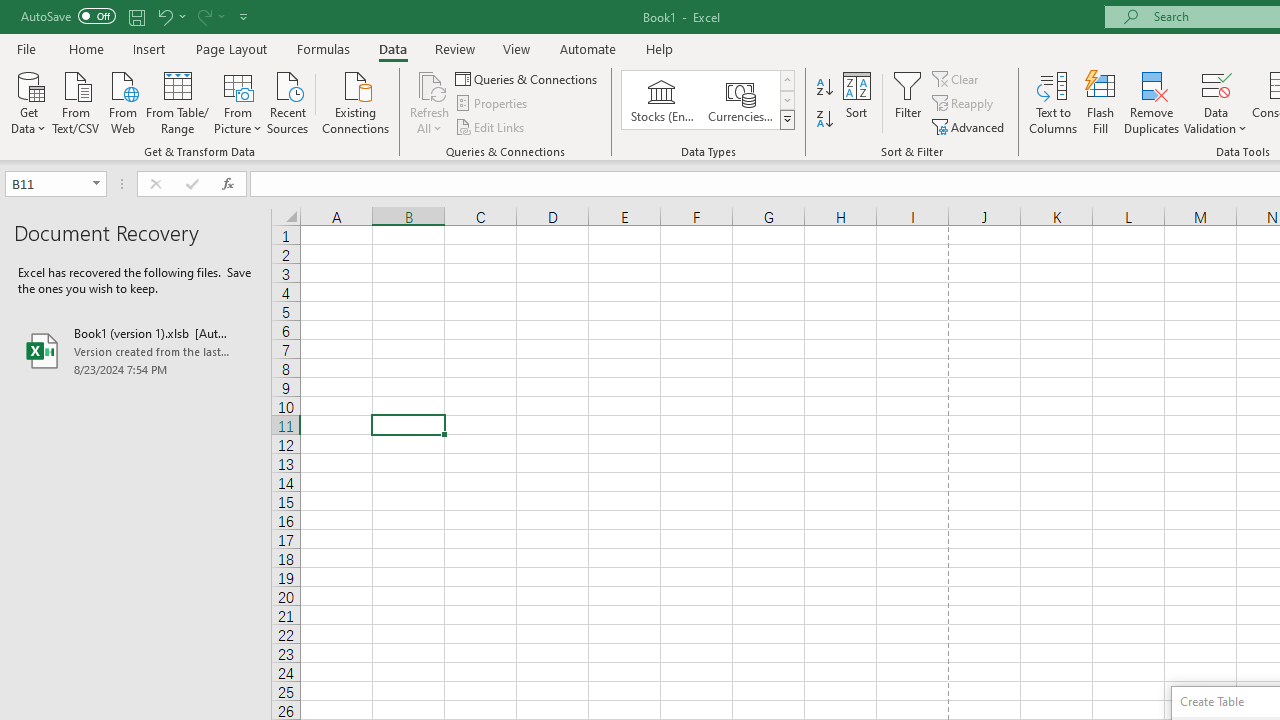  Describe the element at coordinates (786, 120) in the screenshot. I see `'Data Types'` at that location.